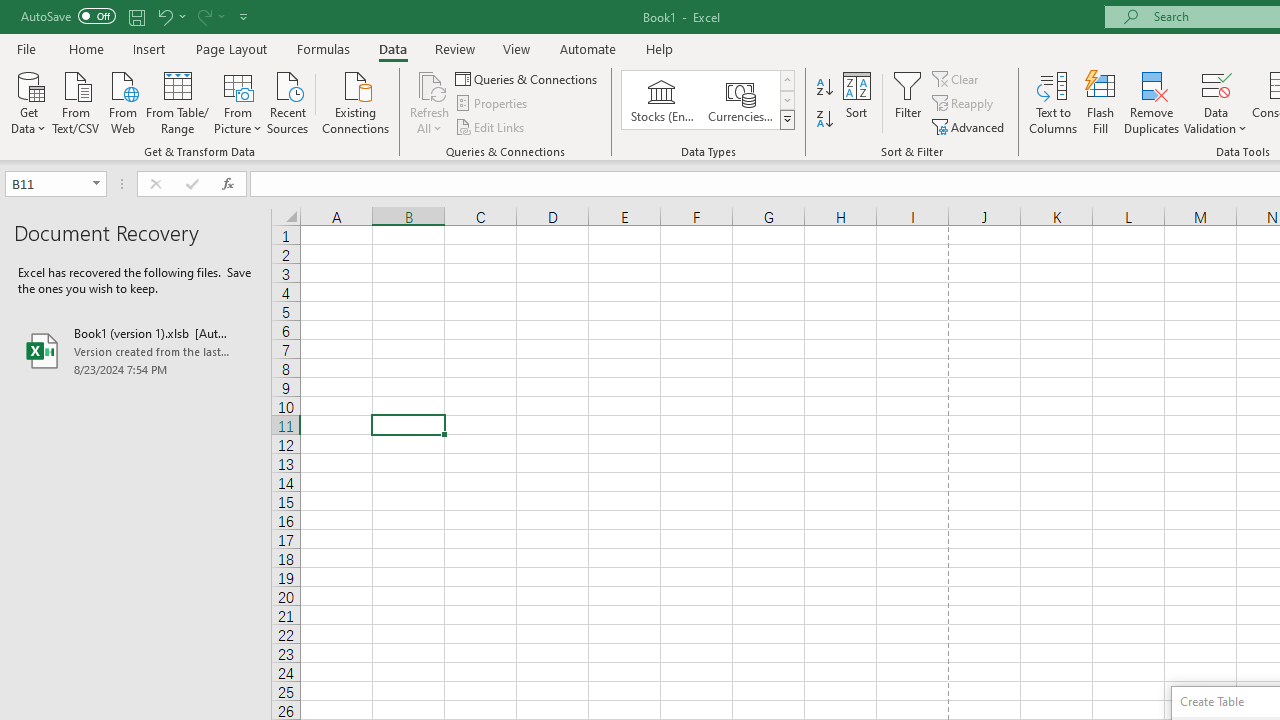  Describe the element at coordinates (786, 120) in the screenshot. I see `'Data Types'` at that location.